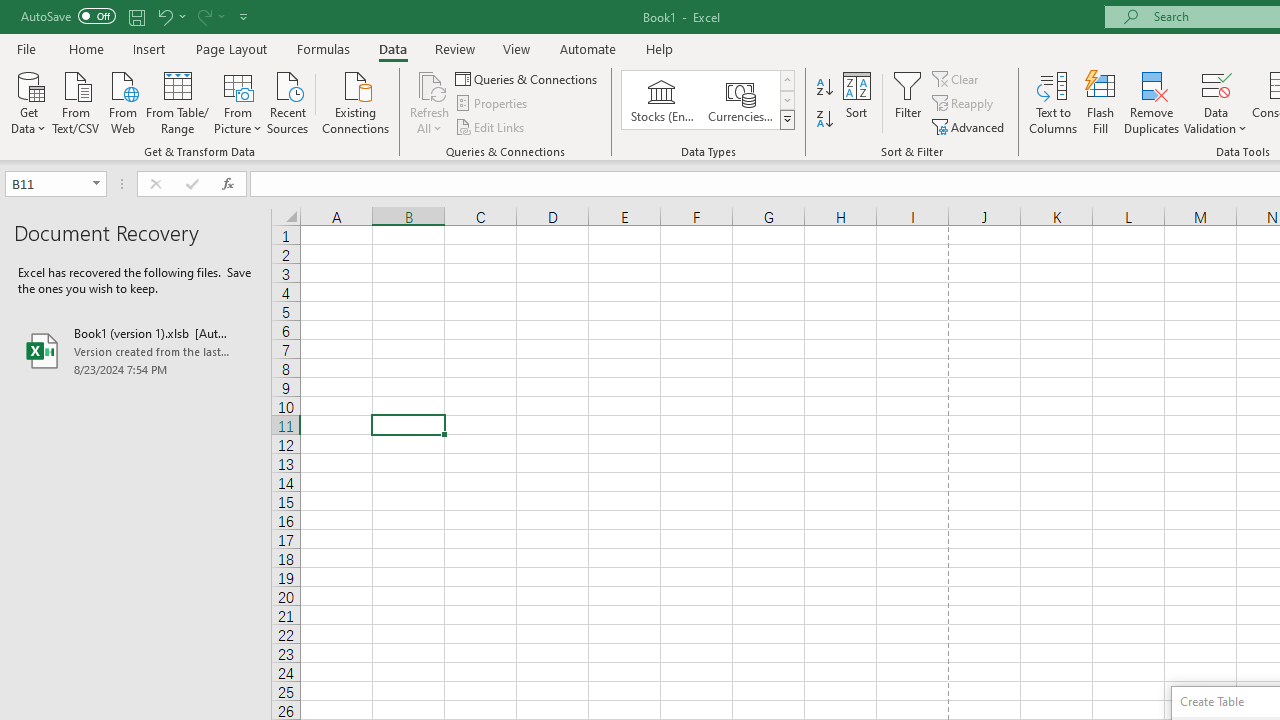  Describe the element at coordinates (786, 120) in the screenshot. I see `'Data Types'` at that location.